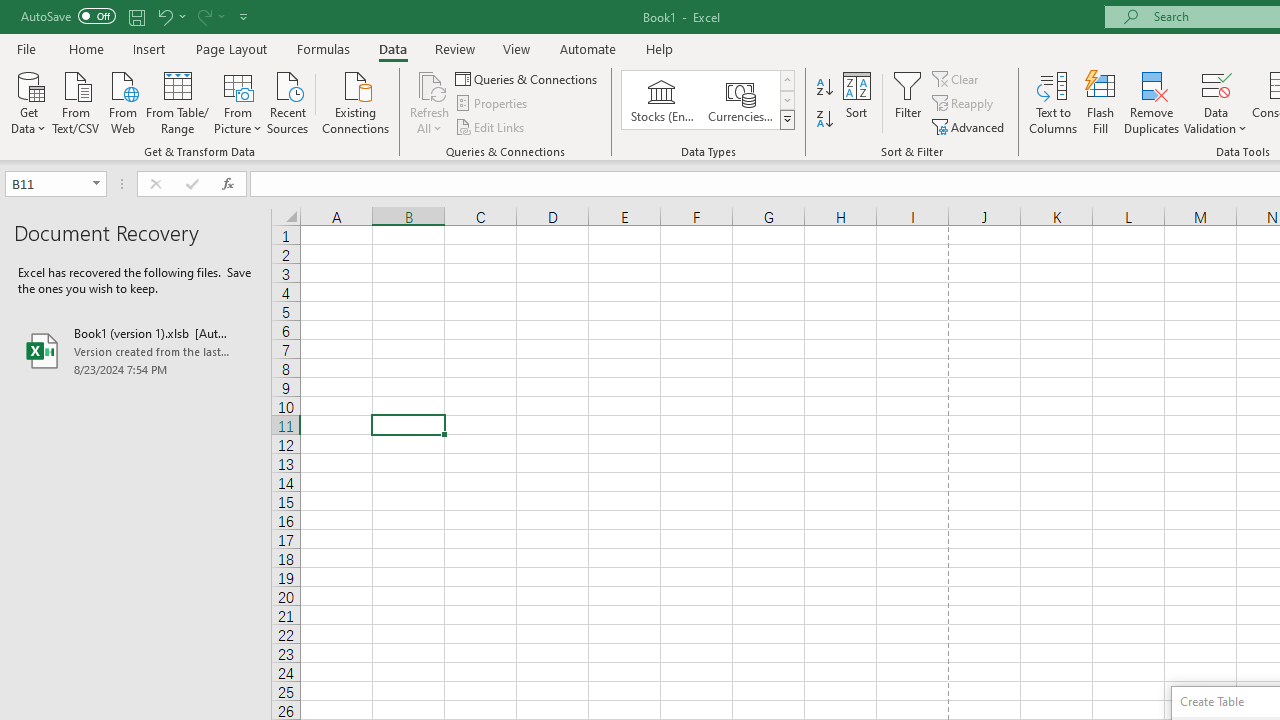  Describe the element at coordinates (786, 120) in the screenshot. I see `'Data Types'` at that location.